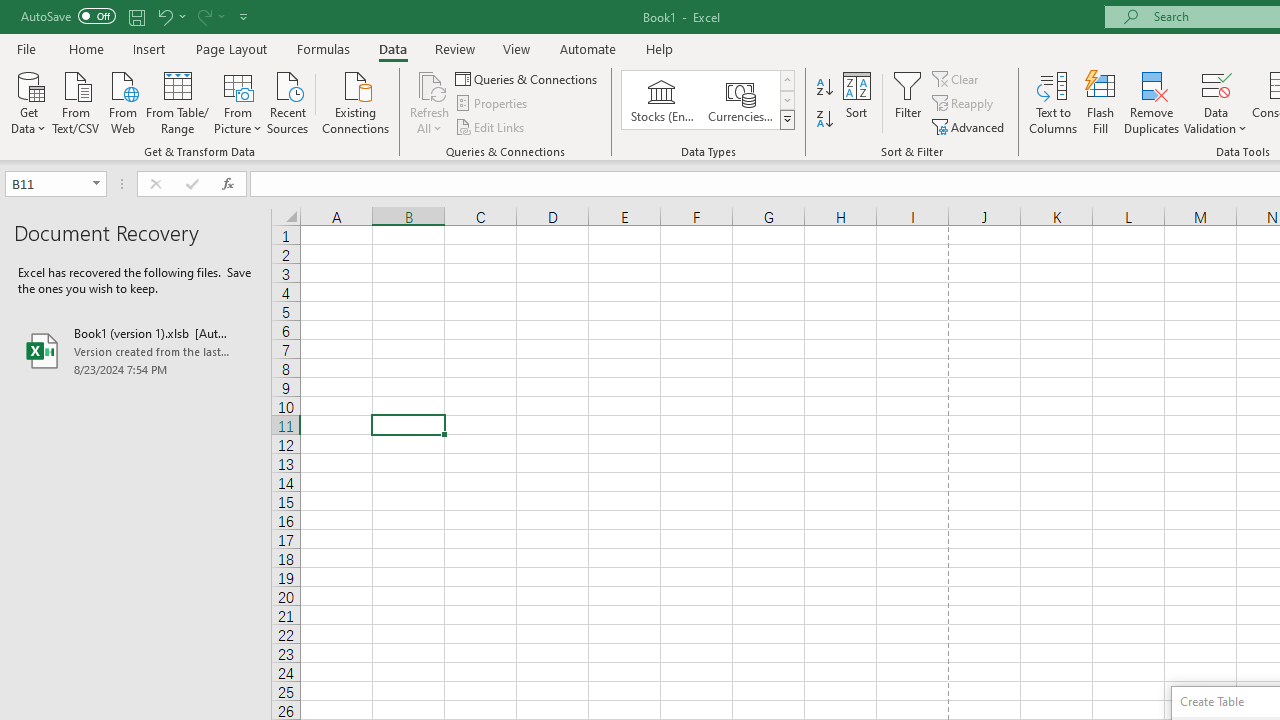  Describe the element at coordinates (786, 120) in the screenshot. I see `'Data Types'` at that location.